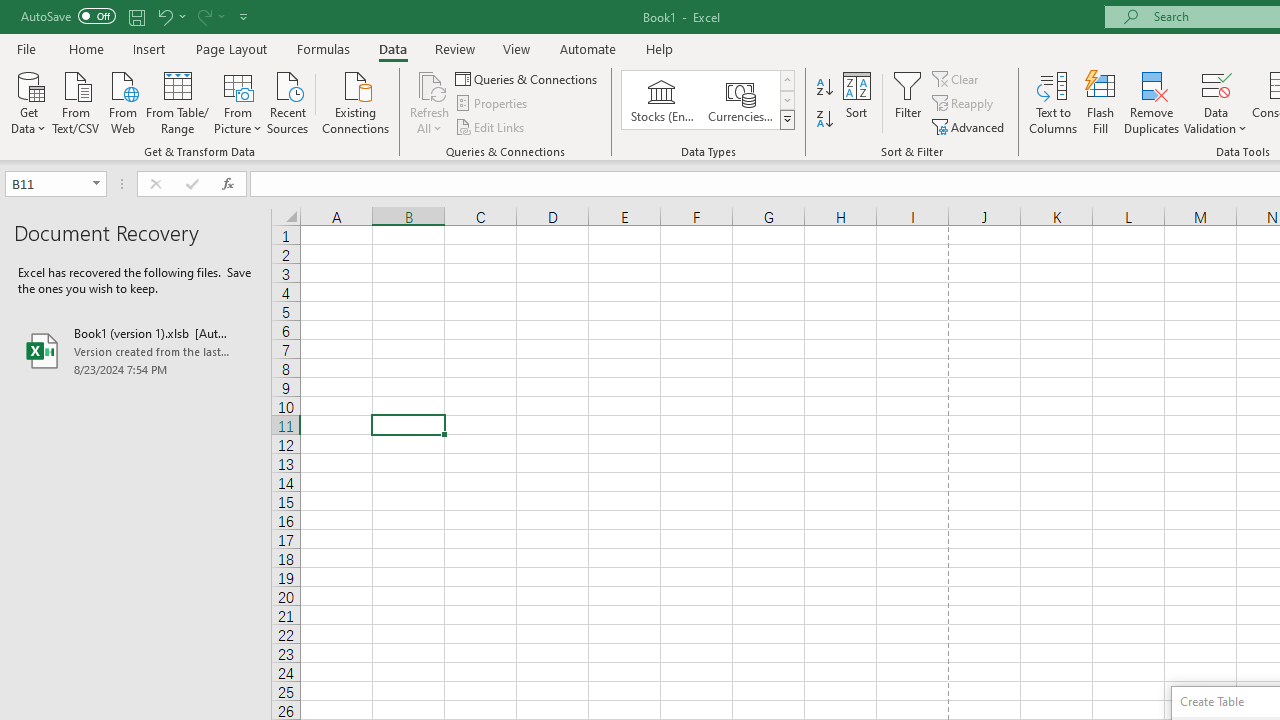  Describe the element at coordinates (786, 120) in the screenshot. I see `'Data Types'` at that location.